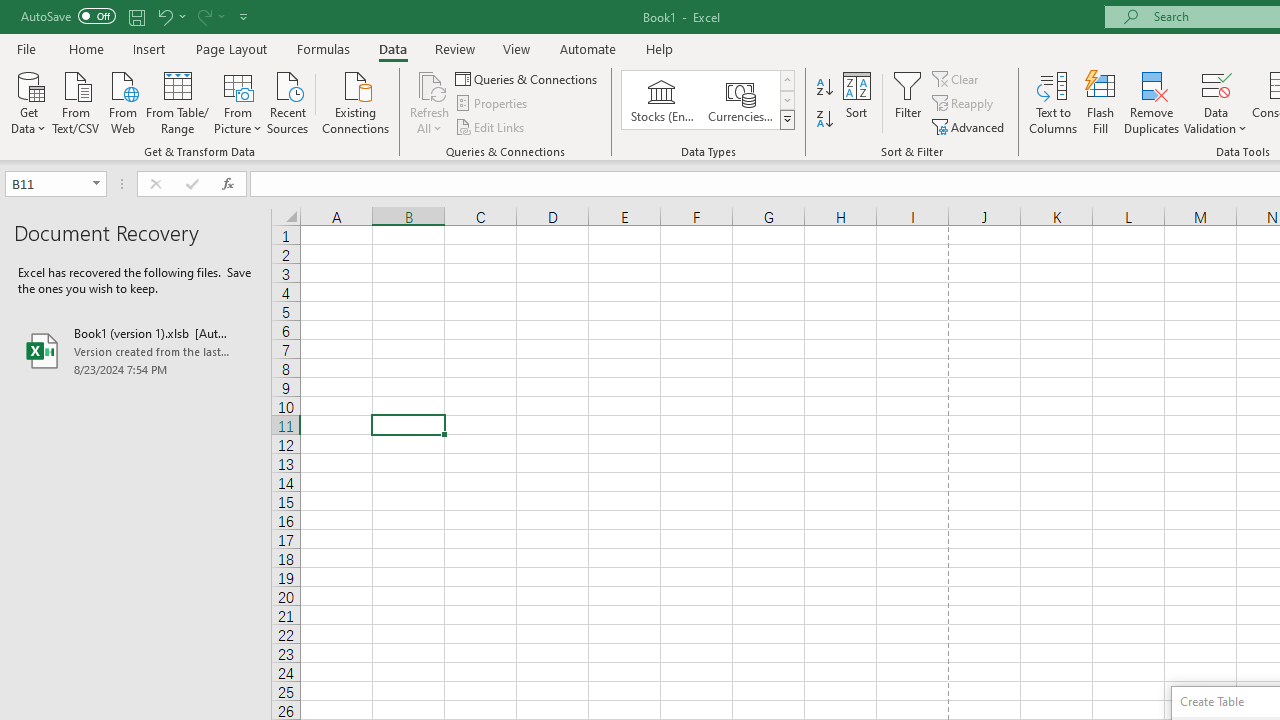  Describe the element at coordinates (786, 120) in the screenshot. I see `'Data Types'` at that location.